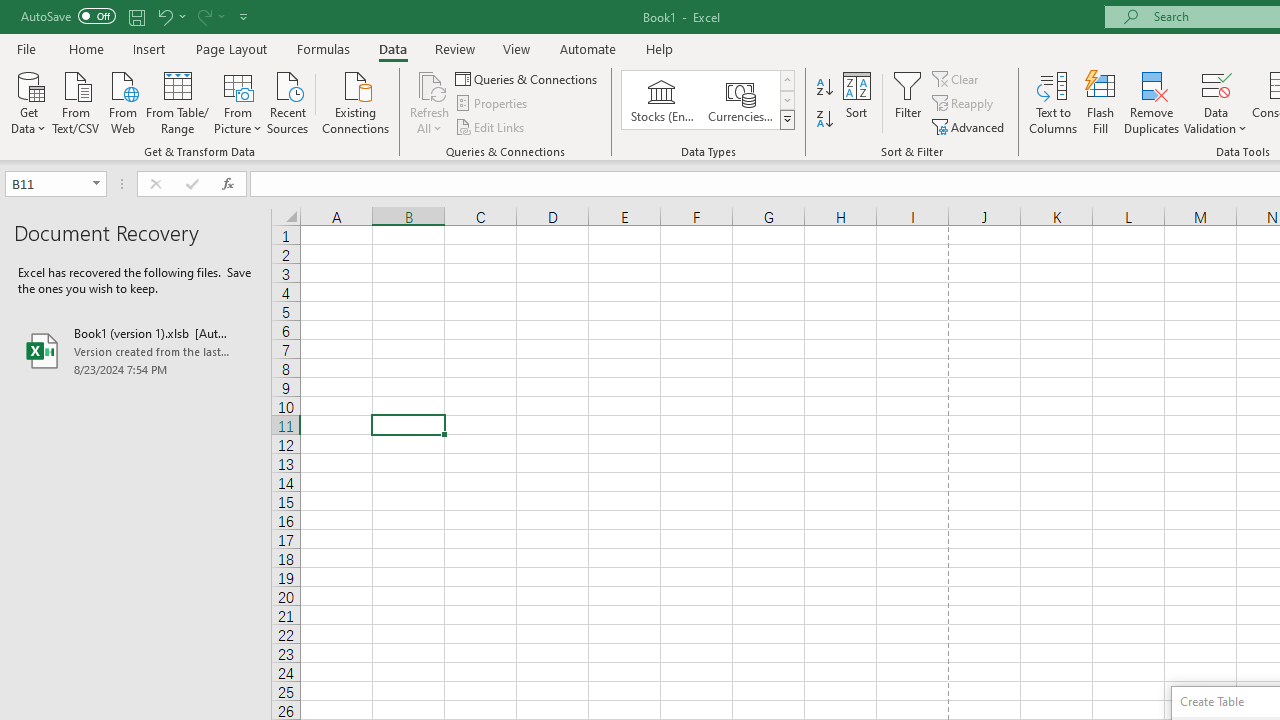  Describe the element at coordinates (786, 120) in the screenshot. I see `'Data Types'` at that location.